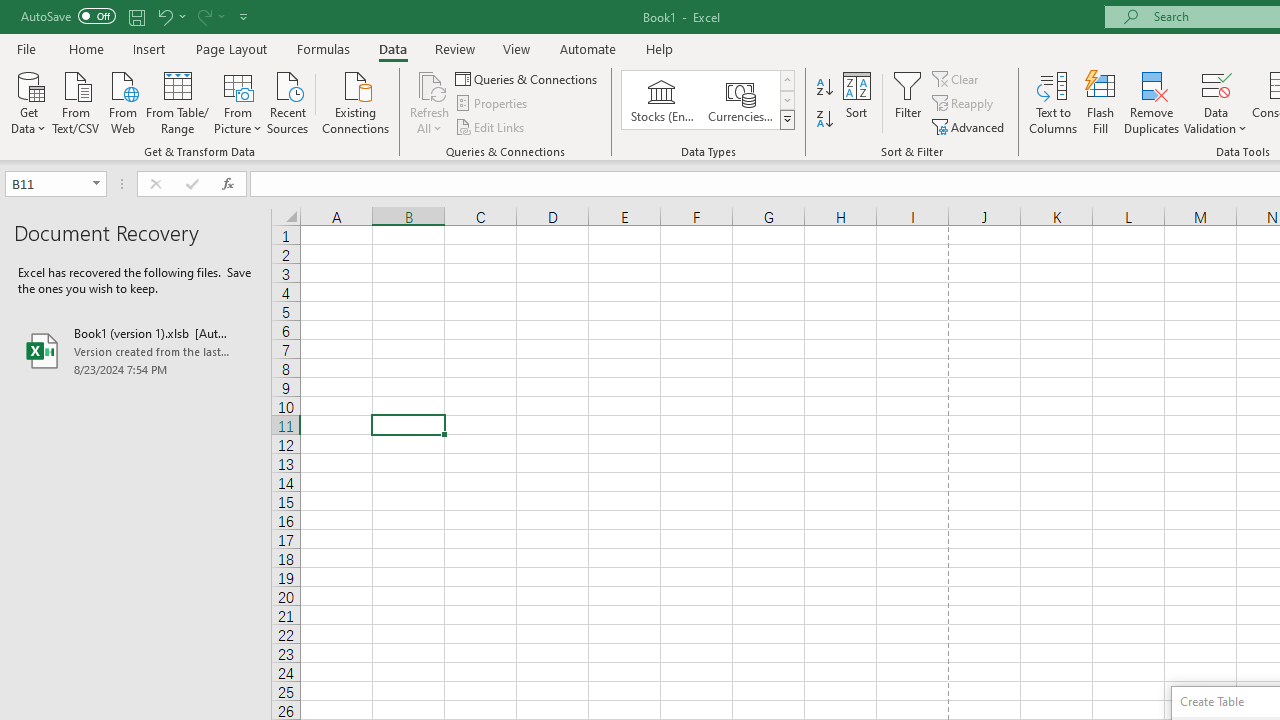  Describe the element at coordinates (786, 120) in the screenshot. I see `'Data Types'` at that location.